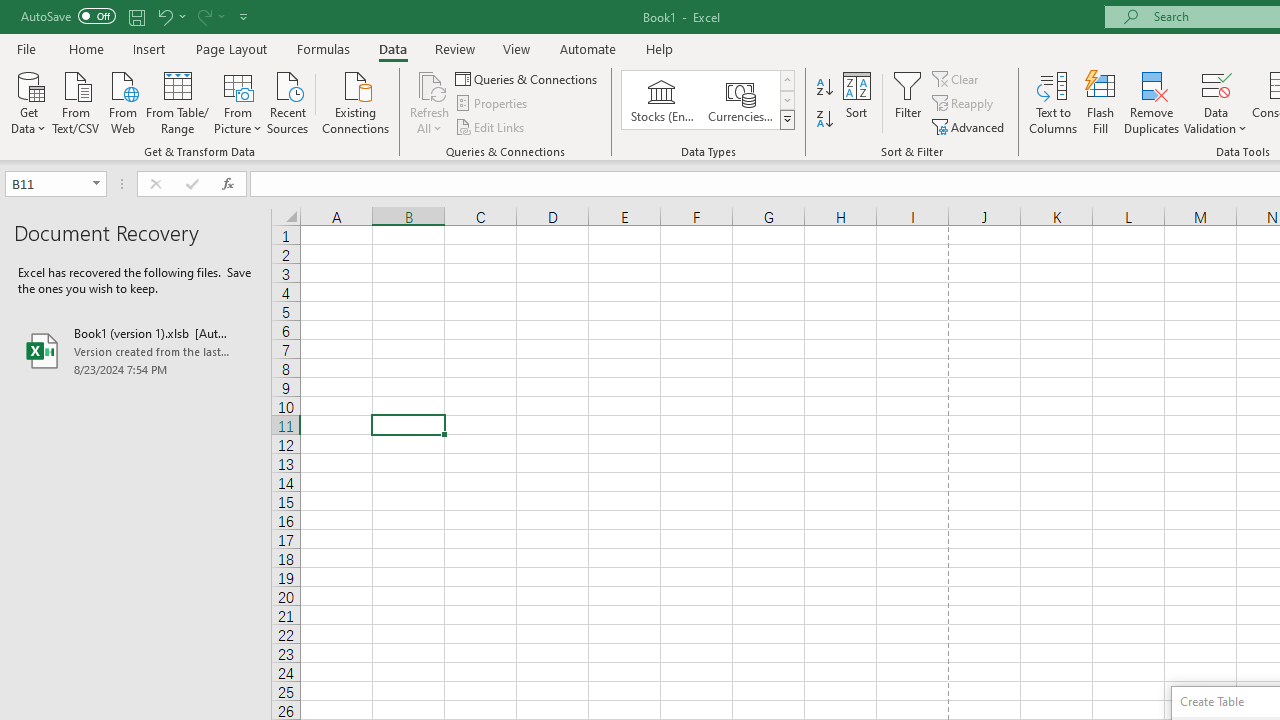  Describe the element at coordinates (786, 120) in the screenshot. I see `'Data Types'` at that location.